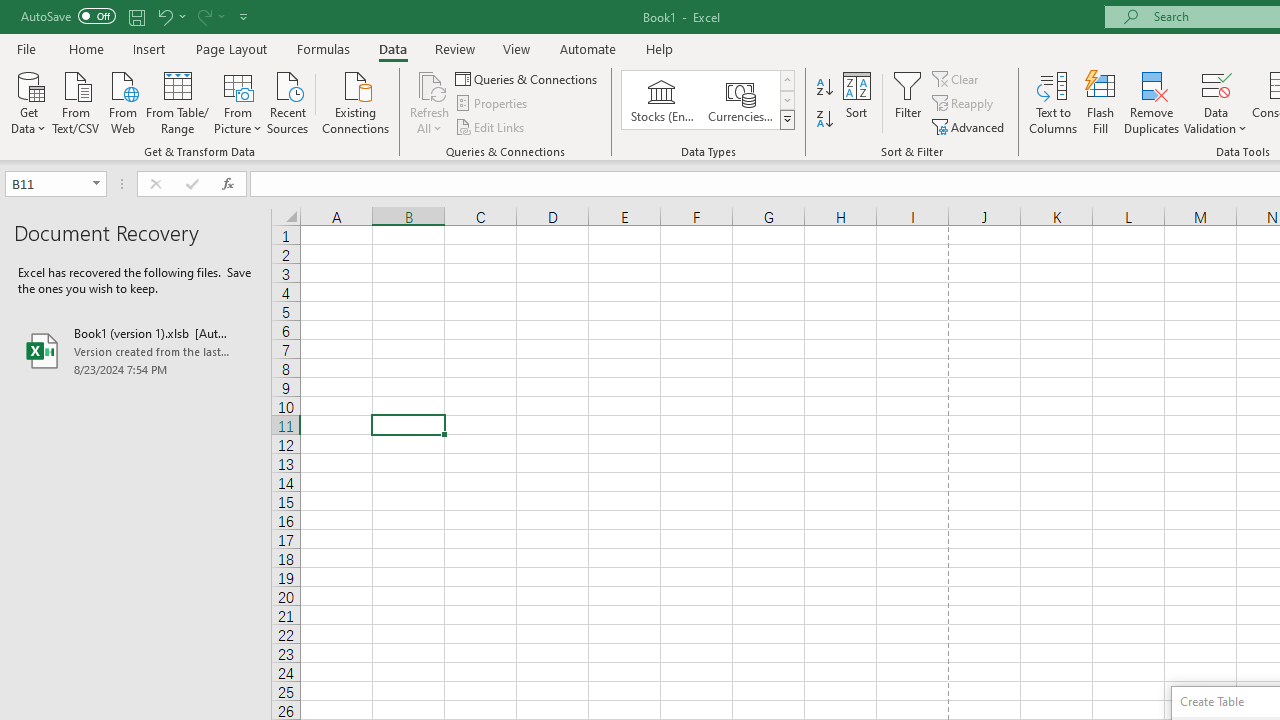  Describe the element at coordinates (786, 120) in the screenshot. I see `'Data Types'` at that location.